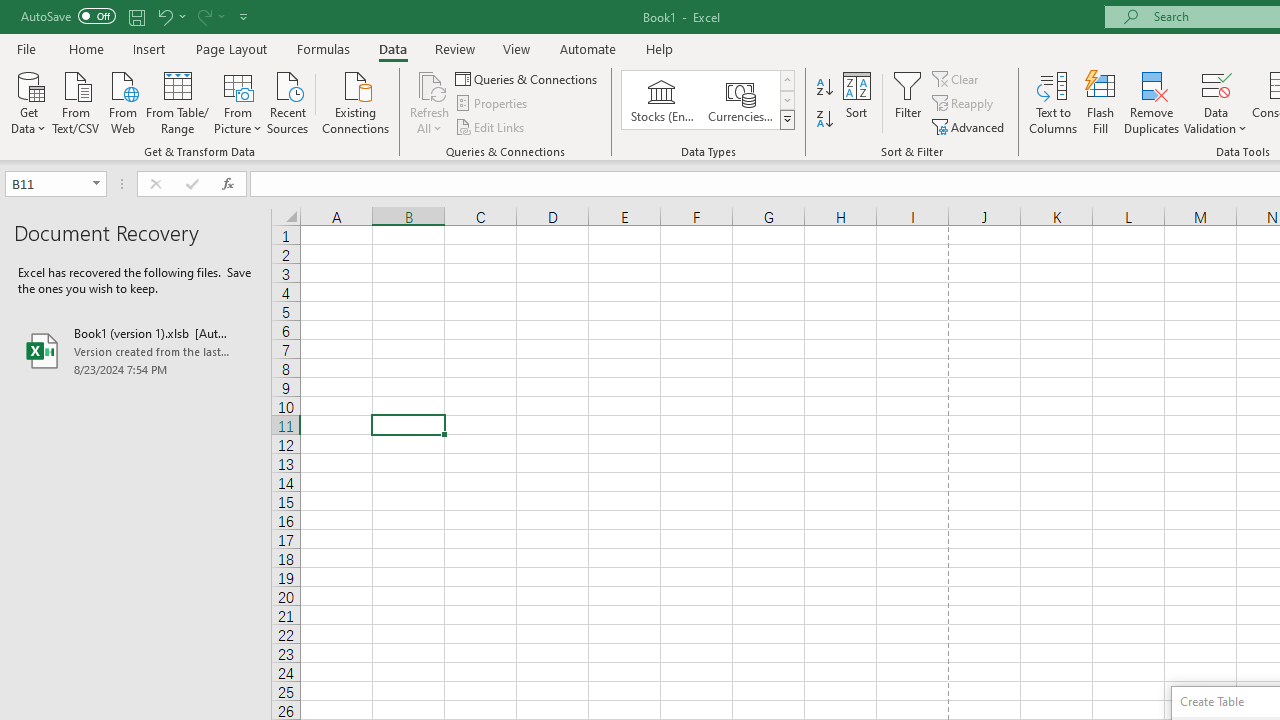  Describe the element at coordinates (786, 120) in the screenshot. I see `'Data Types'` at that location.